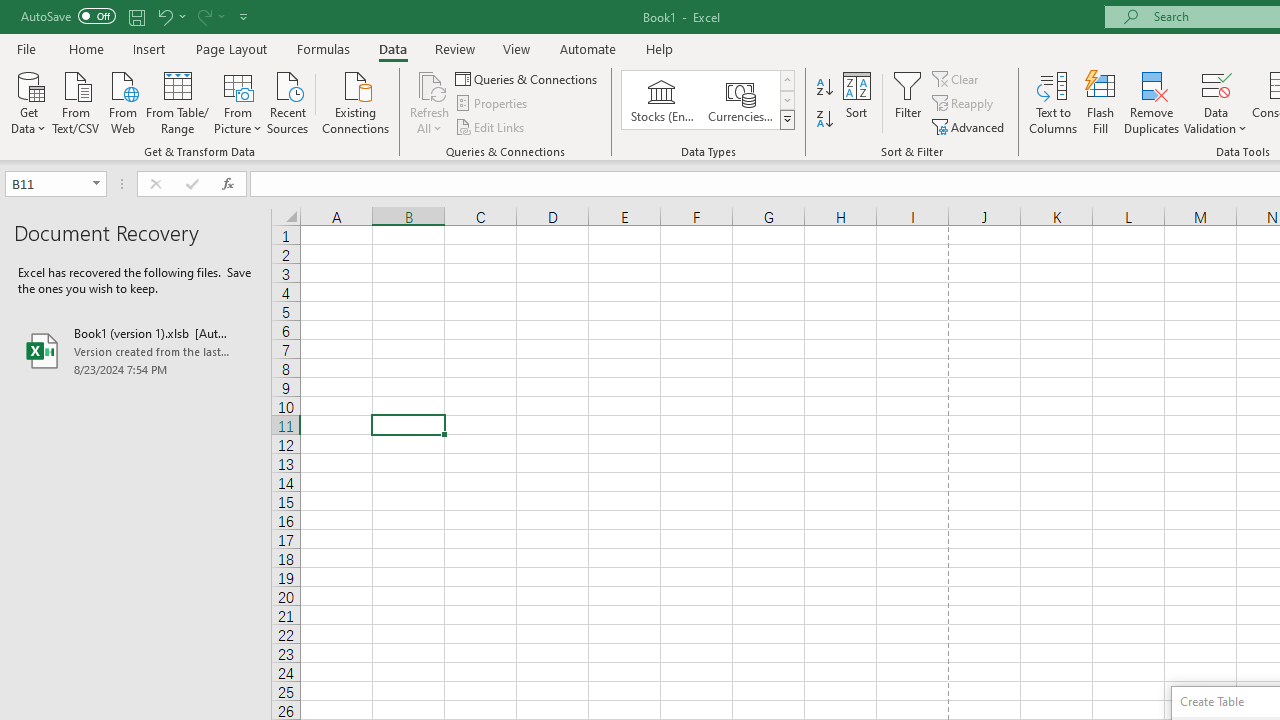  Describe the element at coordinates (786, 120) in the screenshot. I see `'Data Types'` at that location.